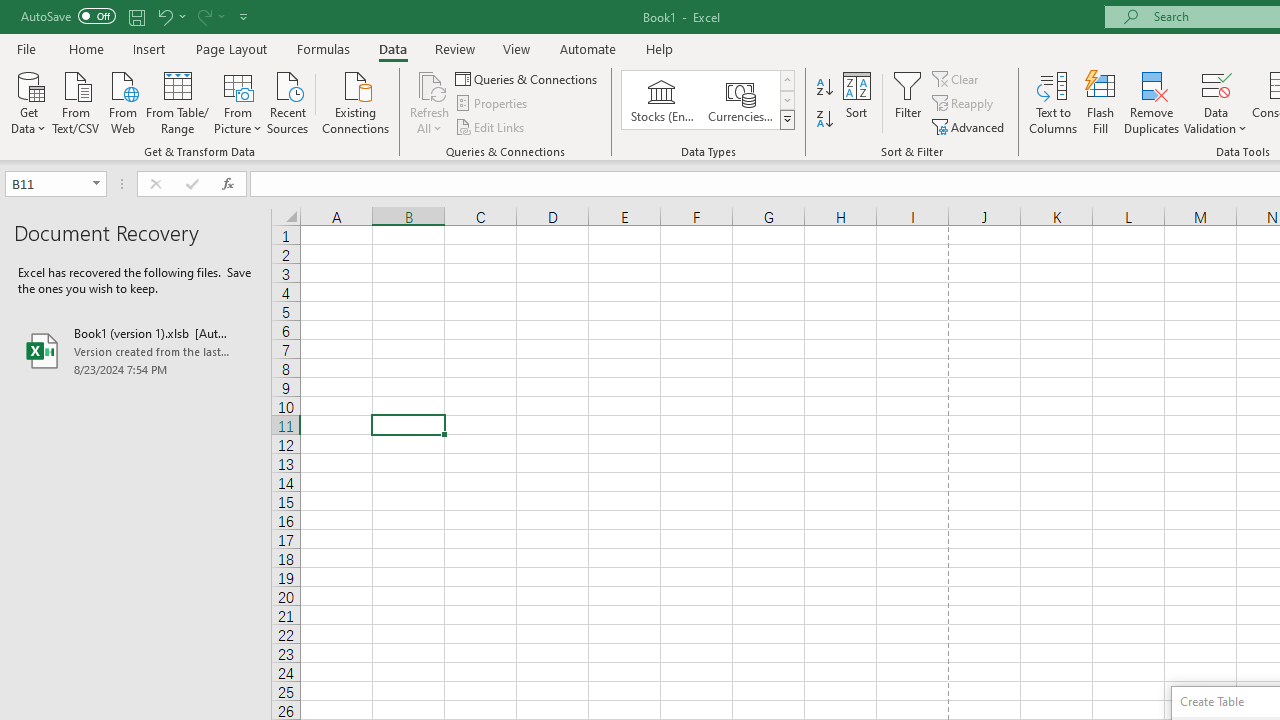  Describe the element at coordinates (786, 120) in the screenshot. I see `'Data Types'` at that location.